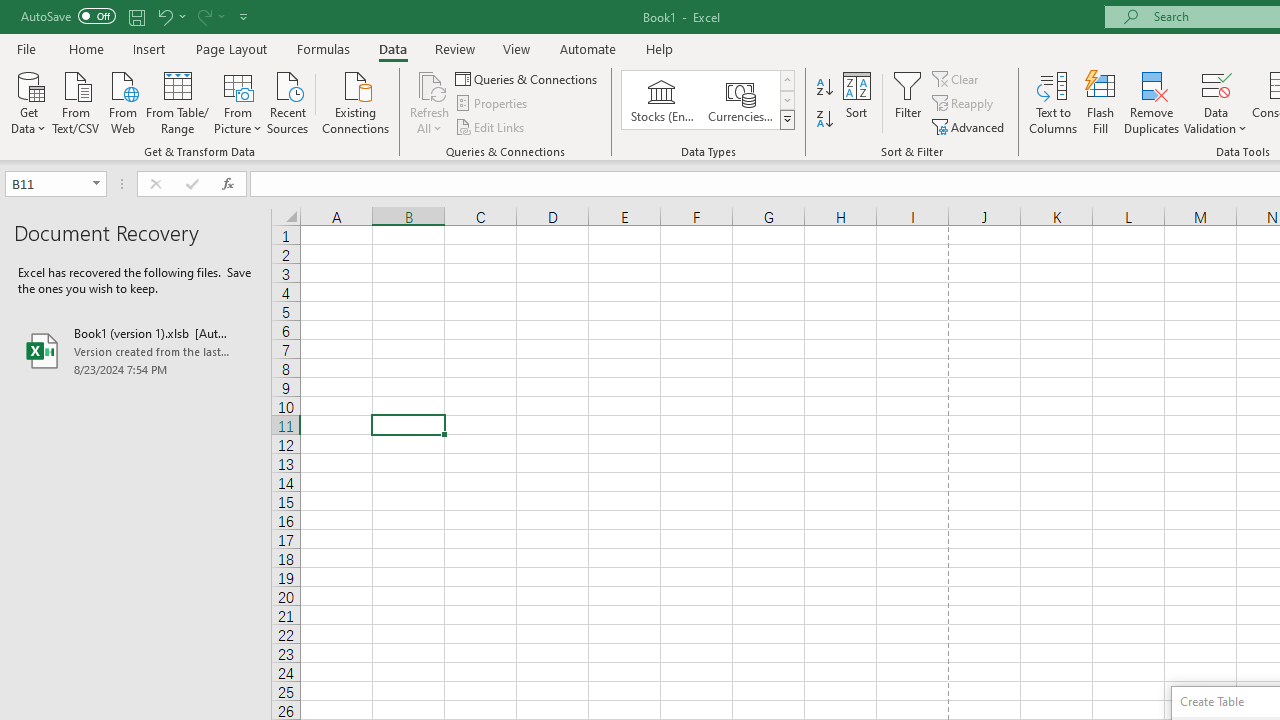  Describe the element at coordinates (786, 120) in the screenshot. I see `'Data Types'` at that location.